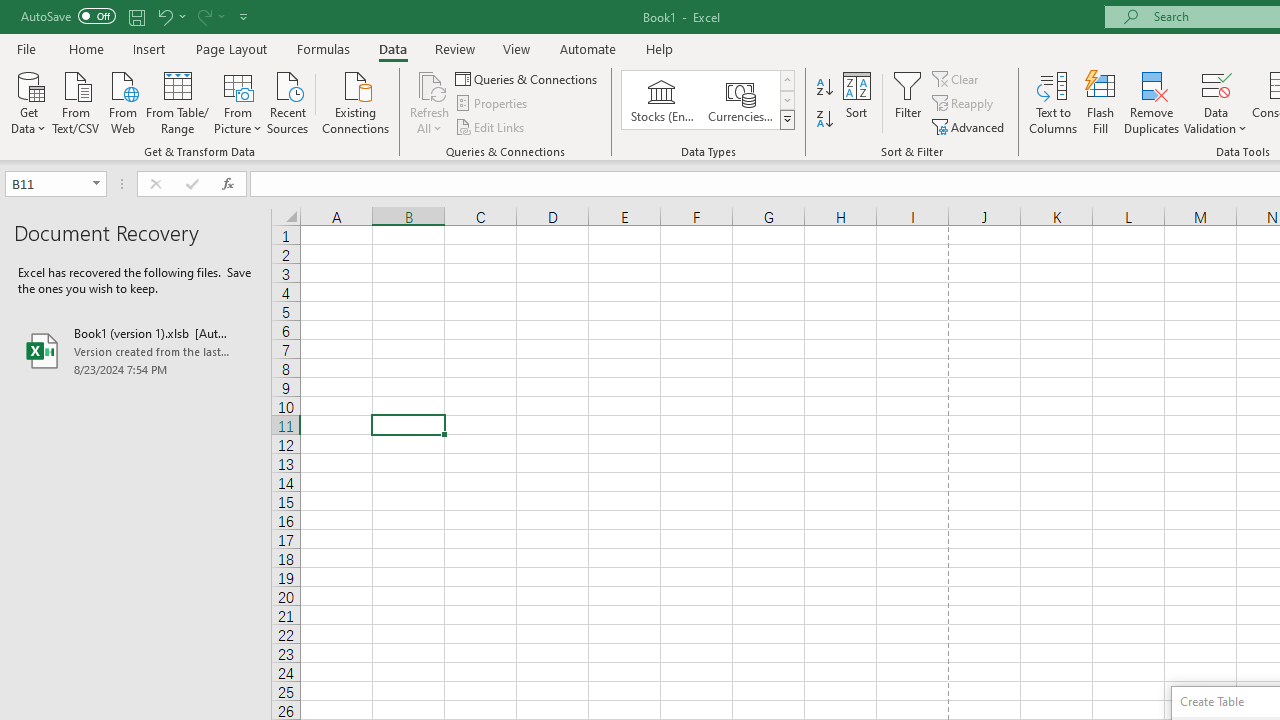  Describe the element at coordinates (786, 120) in the screenshot. I see `'Data Types'` at that location.